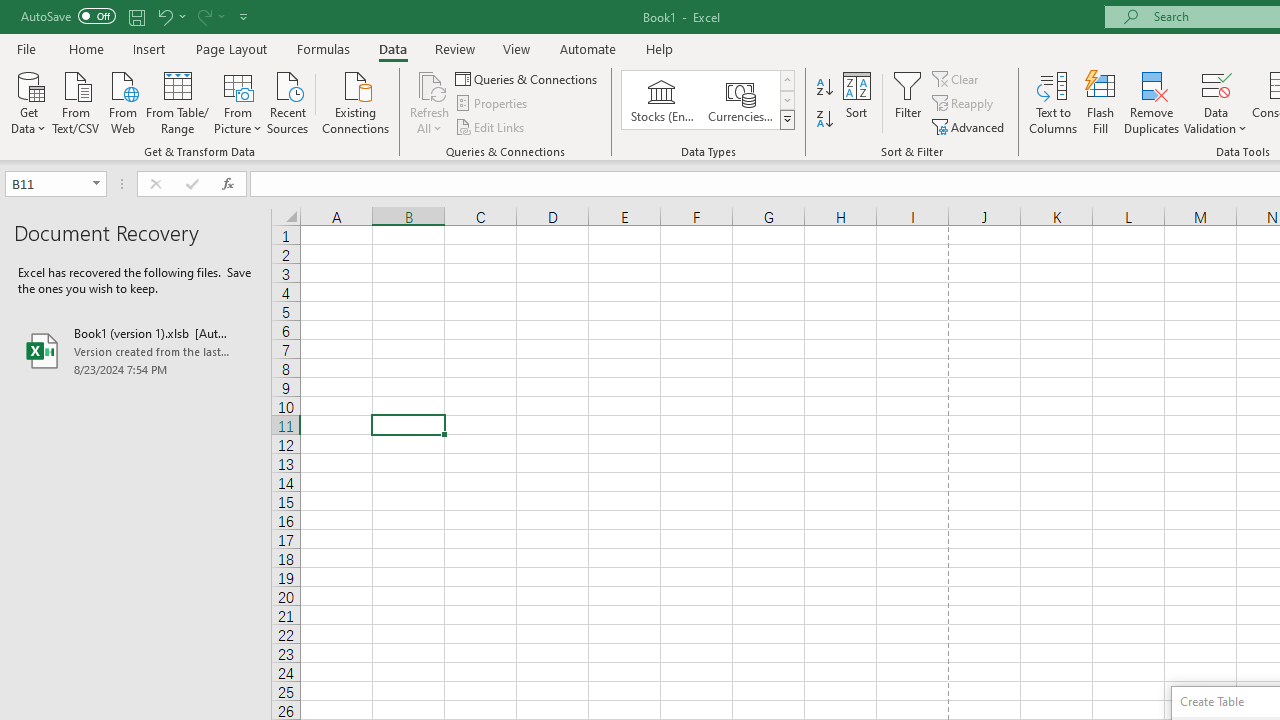  Describe the element at coordinates (786, 120) in the screenshot. I see `'Data Types'` at that location.